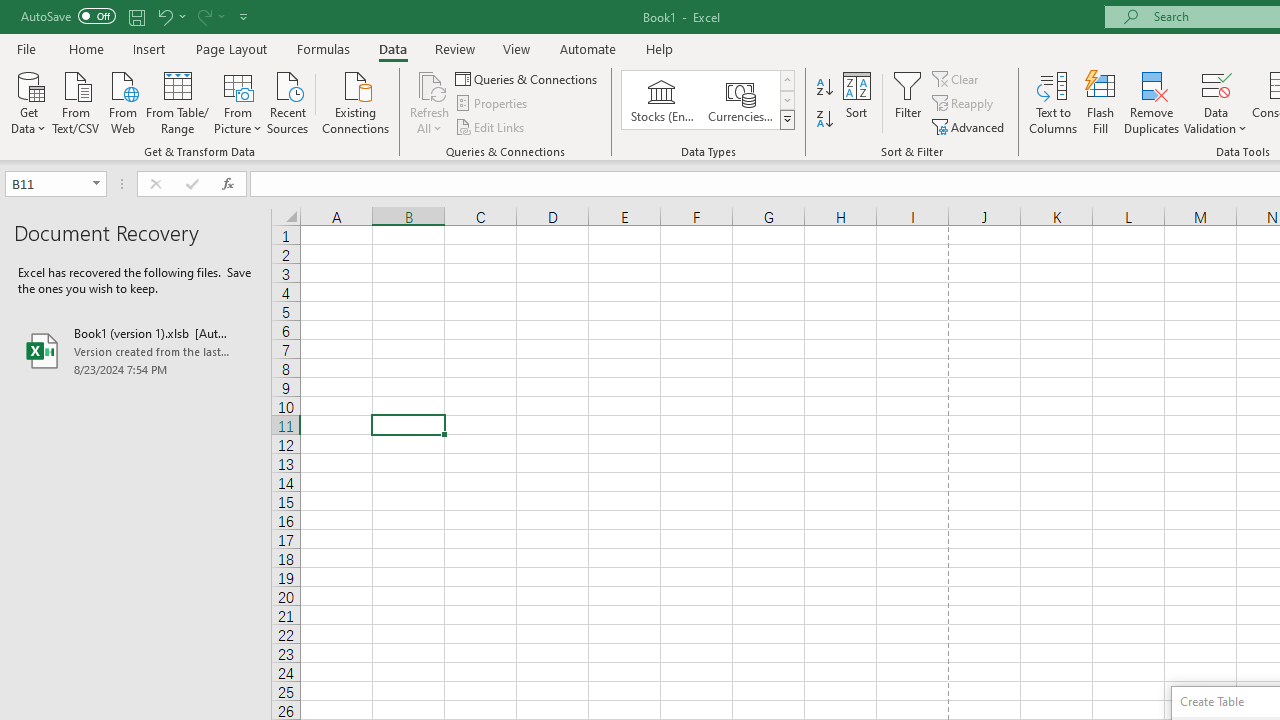  Describe the element at coordinates (786, 120) in the screenshot. I see `'Data Types'` at that location.